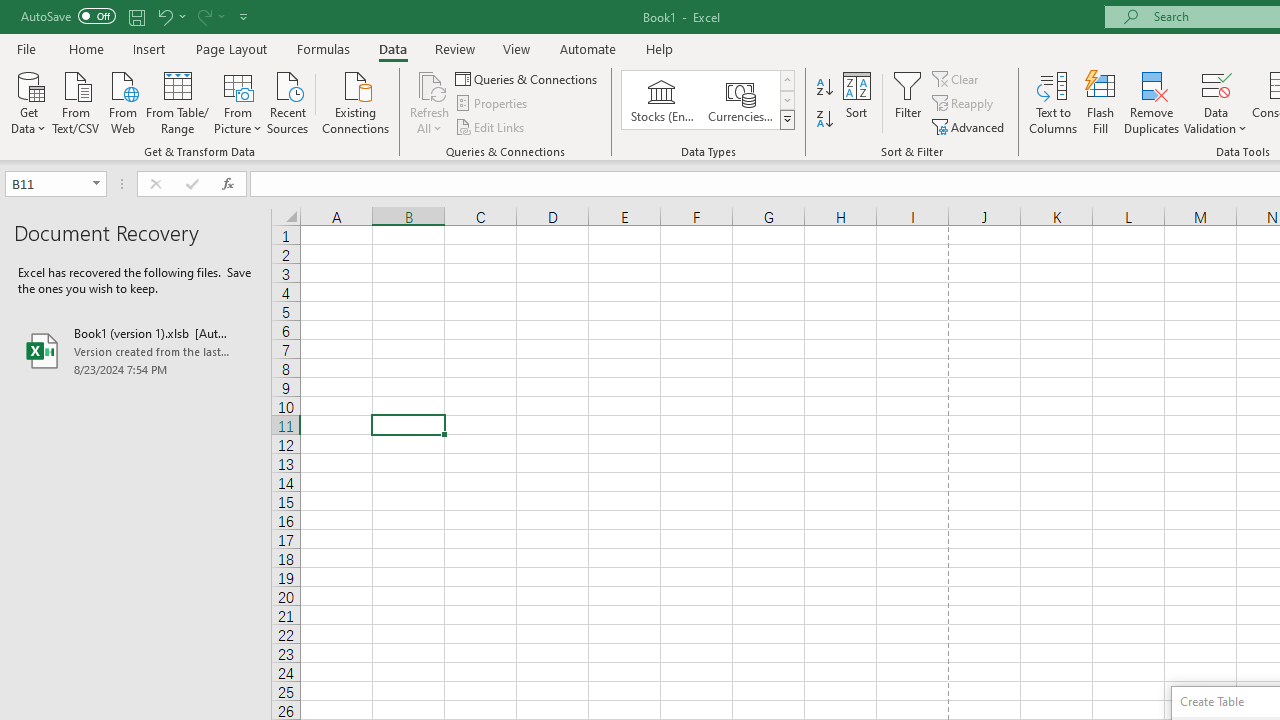  Describe the element at coordinates (786, 120) in the screenshot. I see `'Data Types'` at that location.